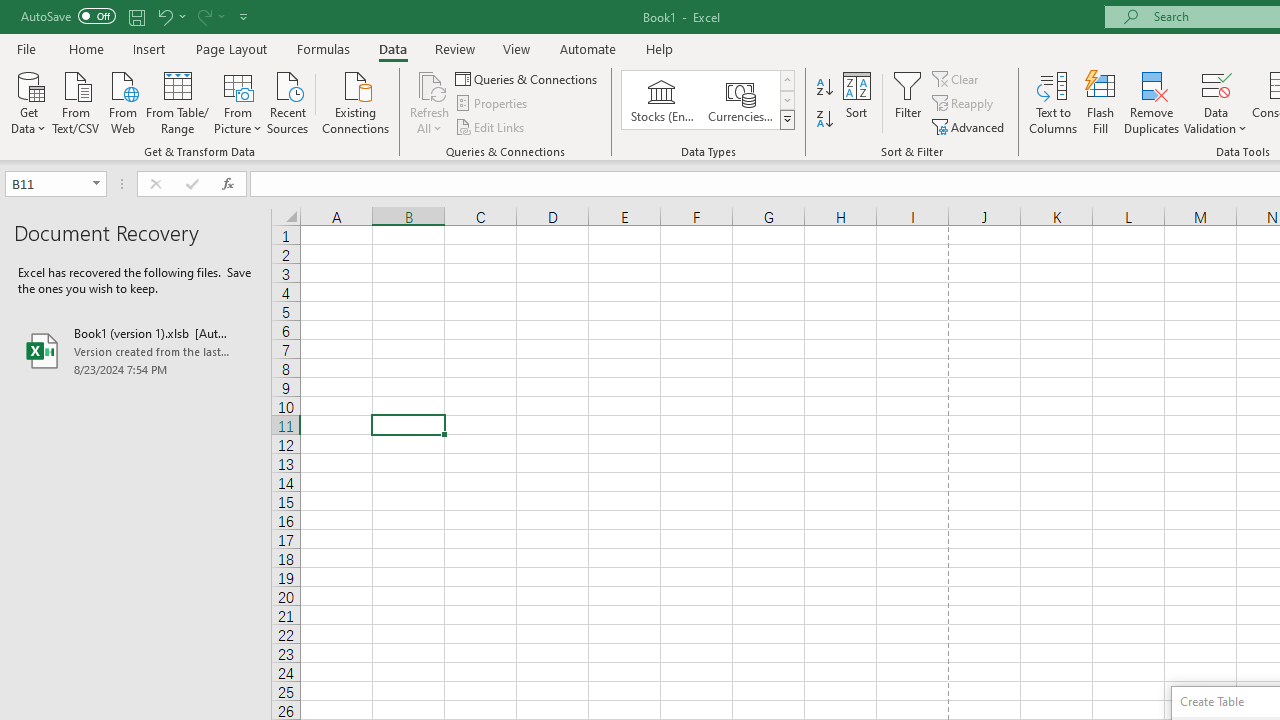  Describe the element at coordinates (786, 120) in the screenshot. I see `'Data Types'` at that location.